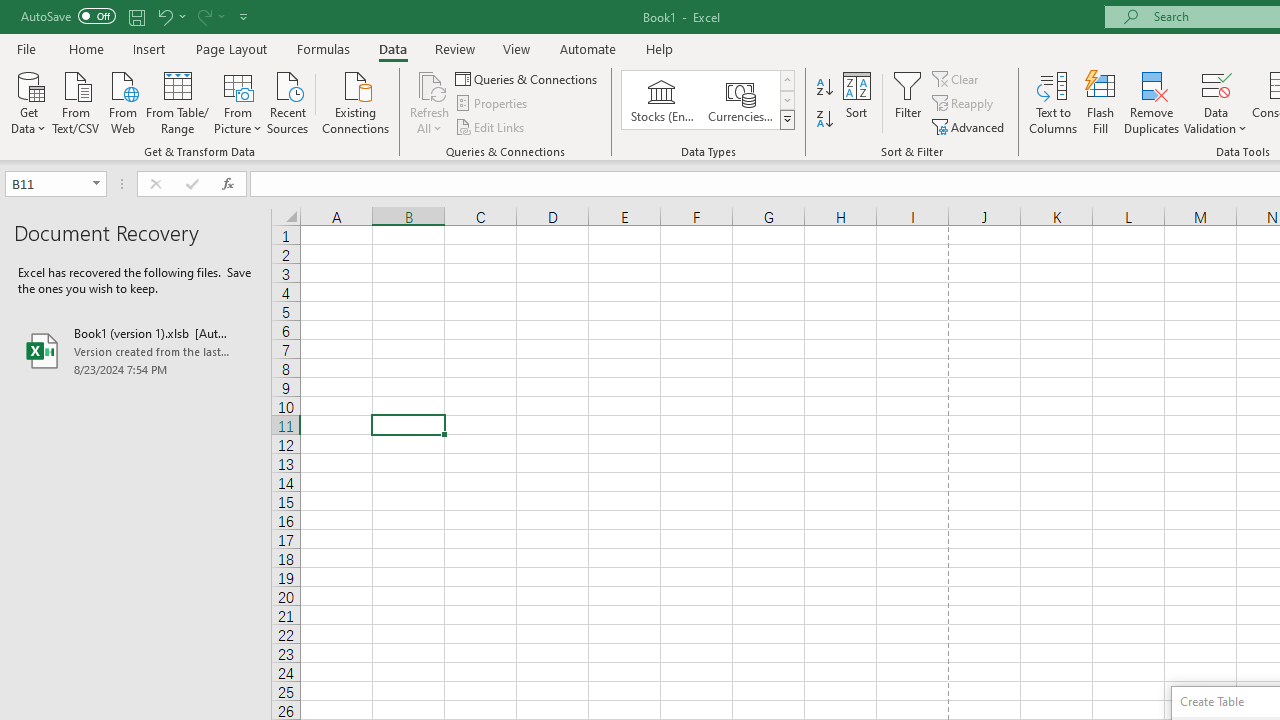  Describe the element at coordinates (786, 120) in the screenshot. I see `'Data Types'` at that location.